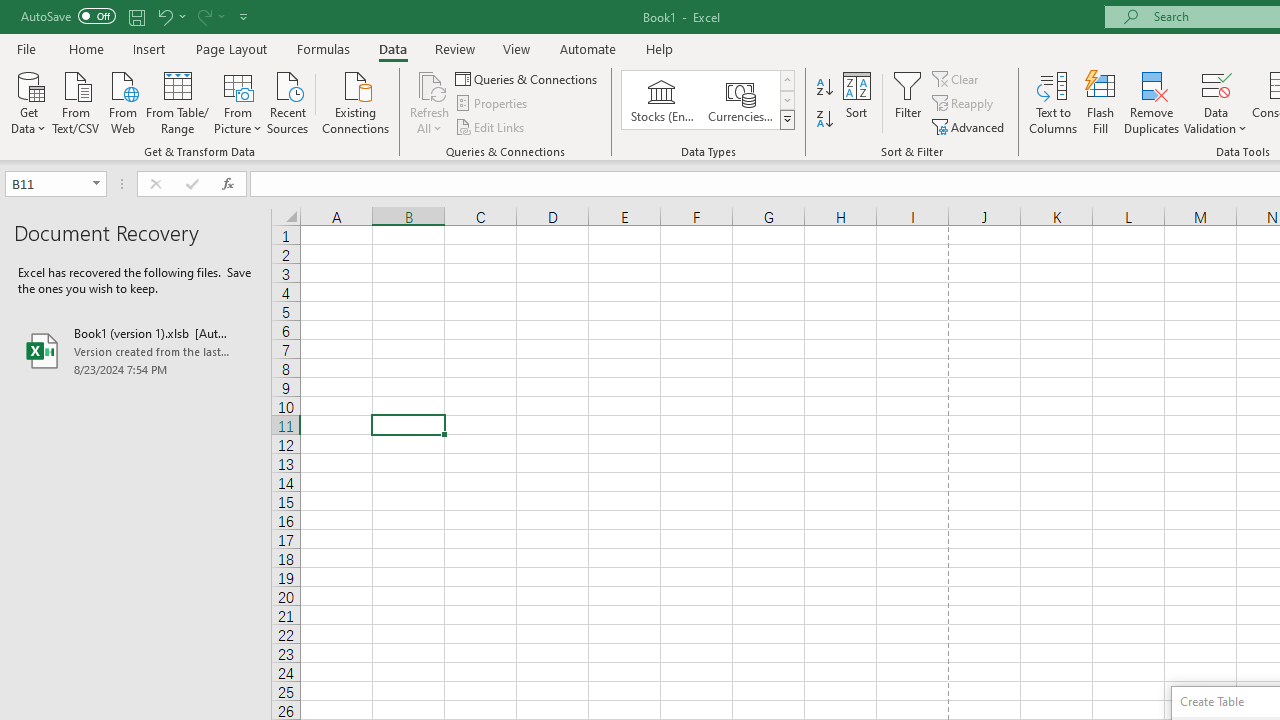  Describe the element at coordinates (786, 120) in the screenshot. I see `'Data Types'` at that location.